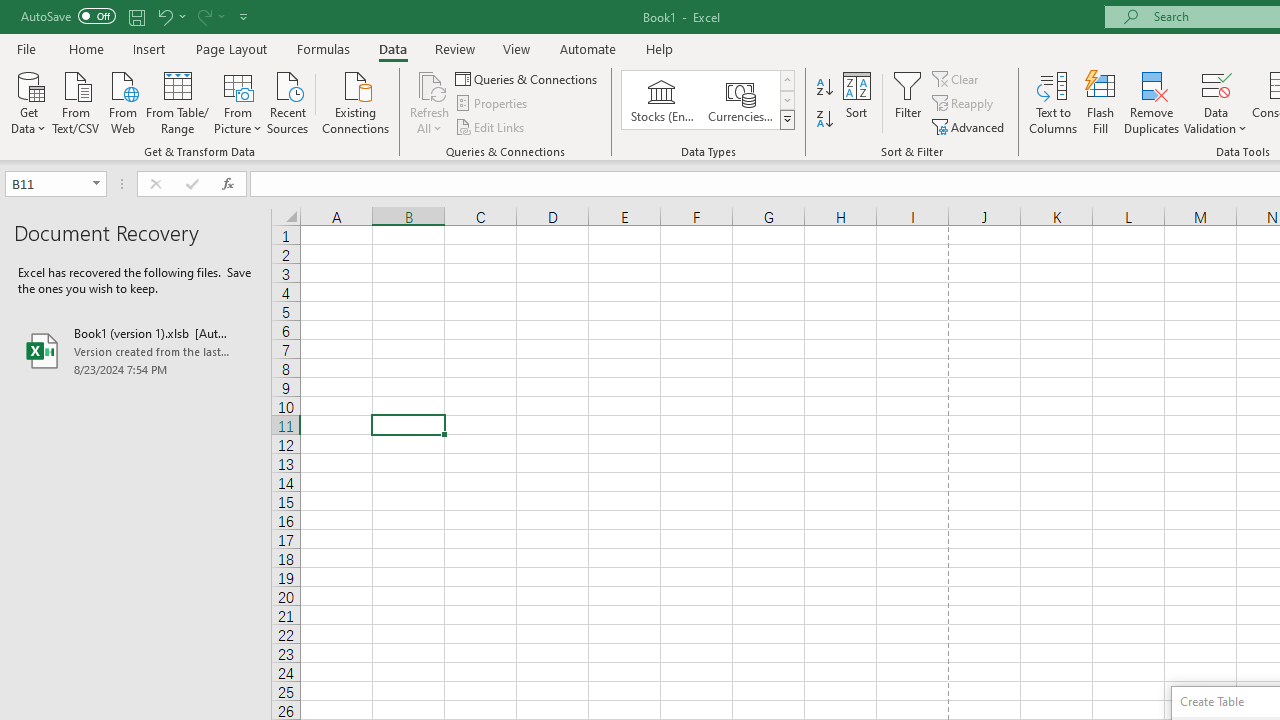  Describe the element at coordinates (786, 120) in the screenshot. I see `'Data Types'` at that location.